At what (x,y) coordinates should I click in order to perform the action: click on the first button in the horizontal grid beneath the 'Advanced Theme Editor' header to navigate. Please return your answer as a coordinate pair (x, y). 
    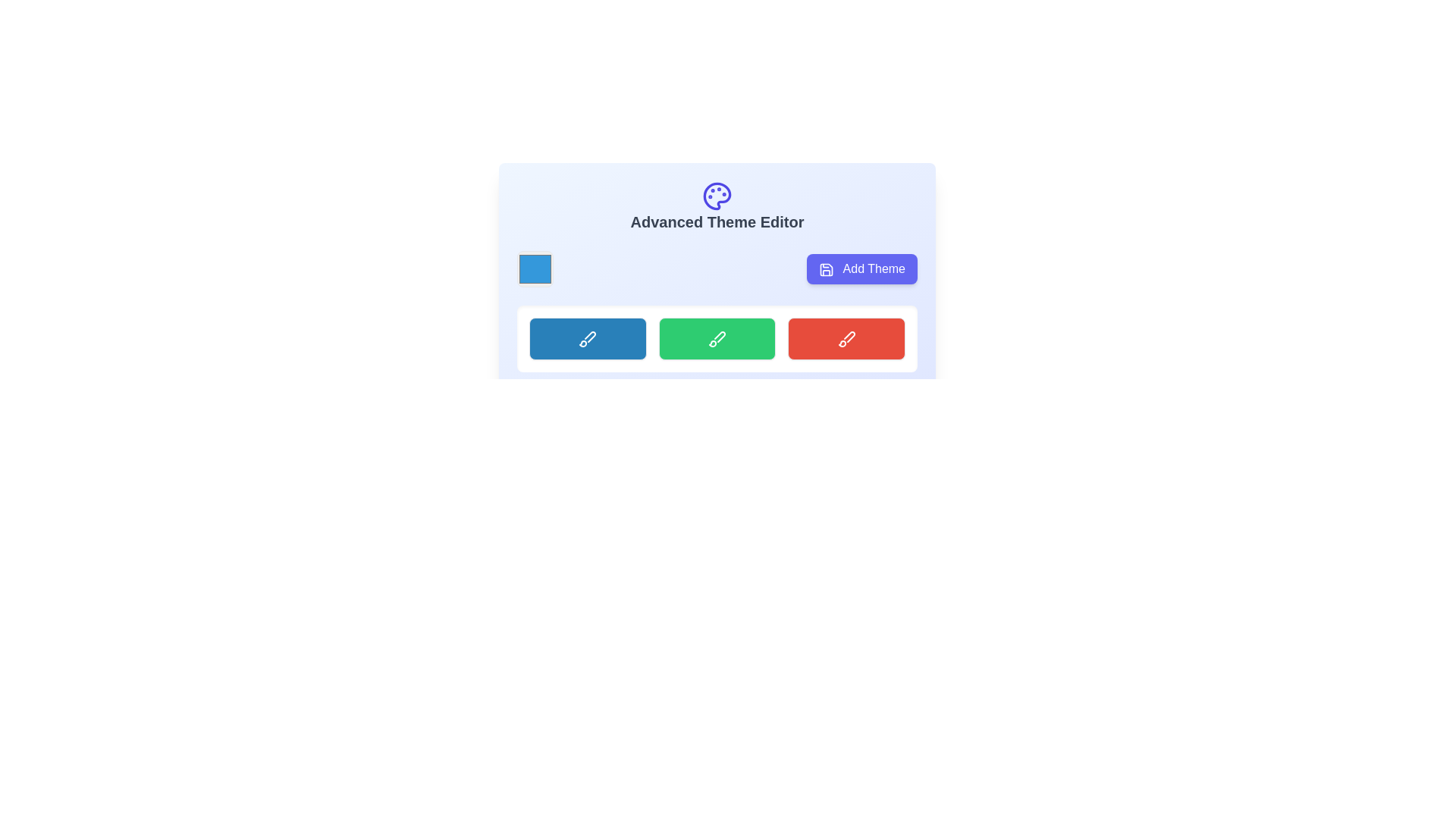
    Looking at the image, I should click on (587, 338).